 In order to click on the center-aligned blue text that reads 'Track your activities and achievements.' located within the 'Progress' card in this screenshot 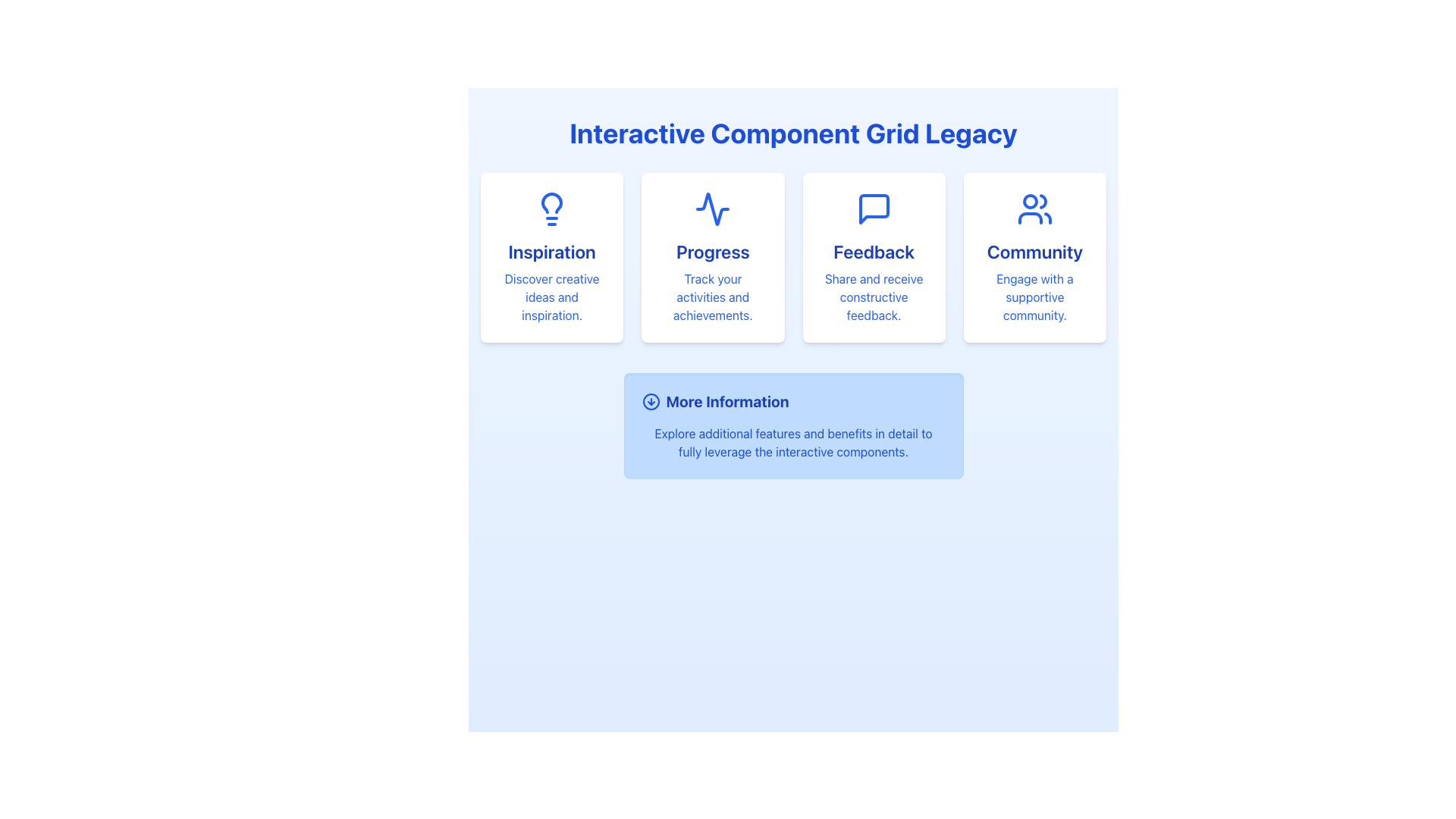, I will do `click(712, 297)`.